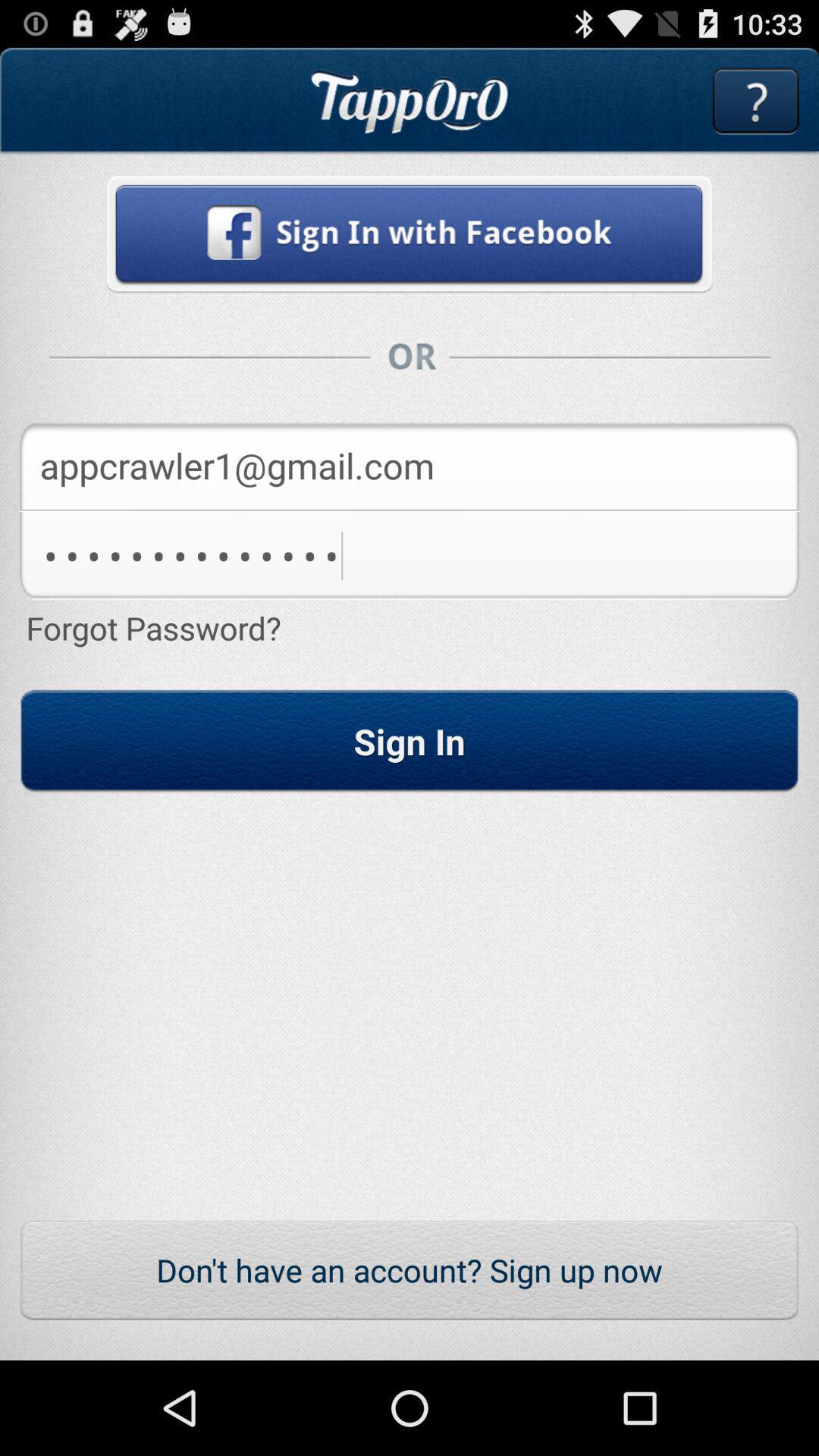  Describe the element at coordinates (755, 100) in the screenshot. I see `open help menu` at that location.